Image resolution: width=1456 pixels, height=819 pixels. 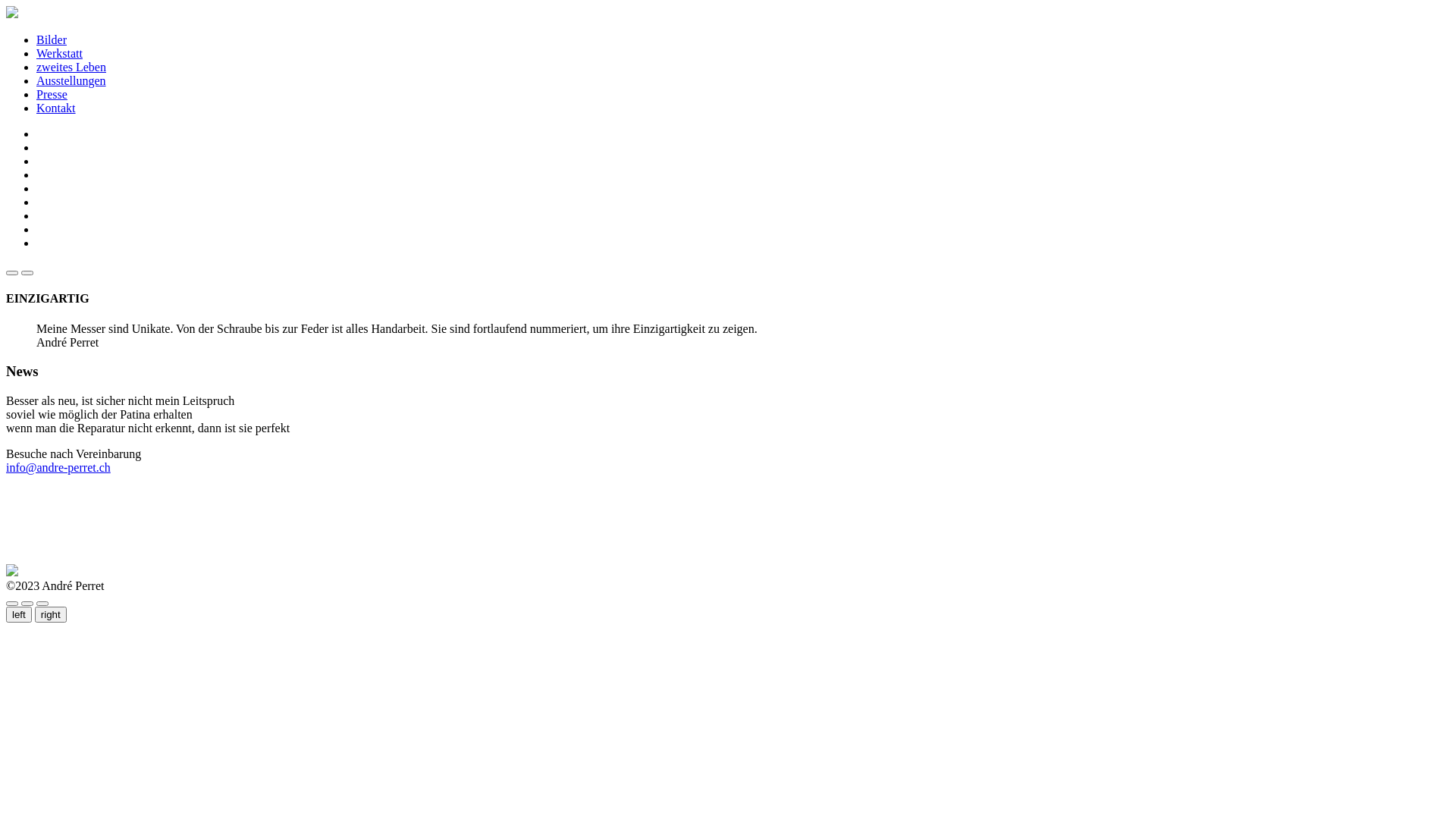 I want to click on 'info@andre-perret.ch', so click(x=58, y=466).